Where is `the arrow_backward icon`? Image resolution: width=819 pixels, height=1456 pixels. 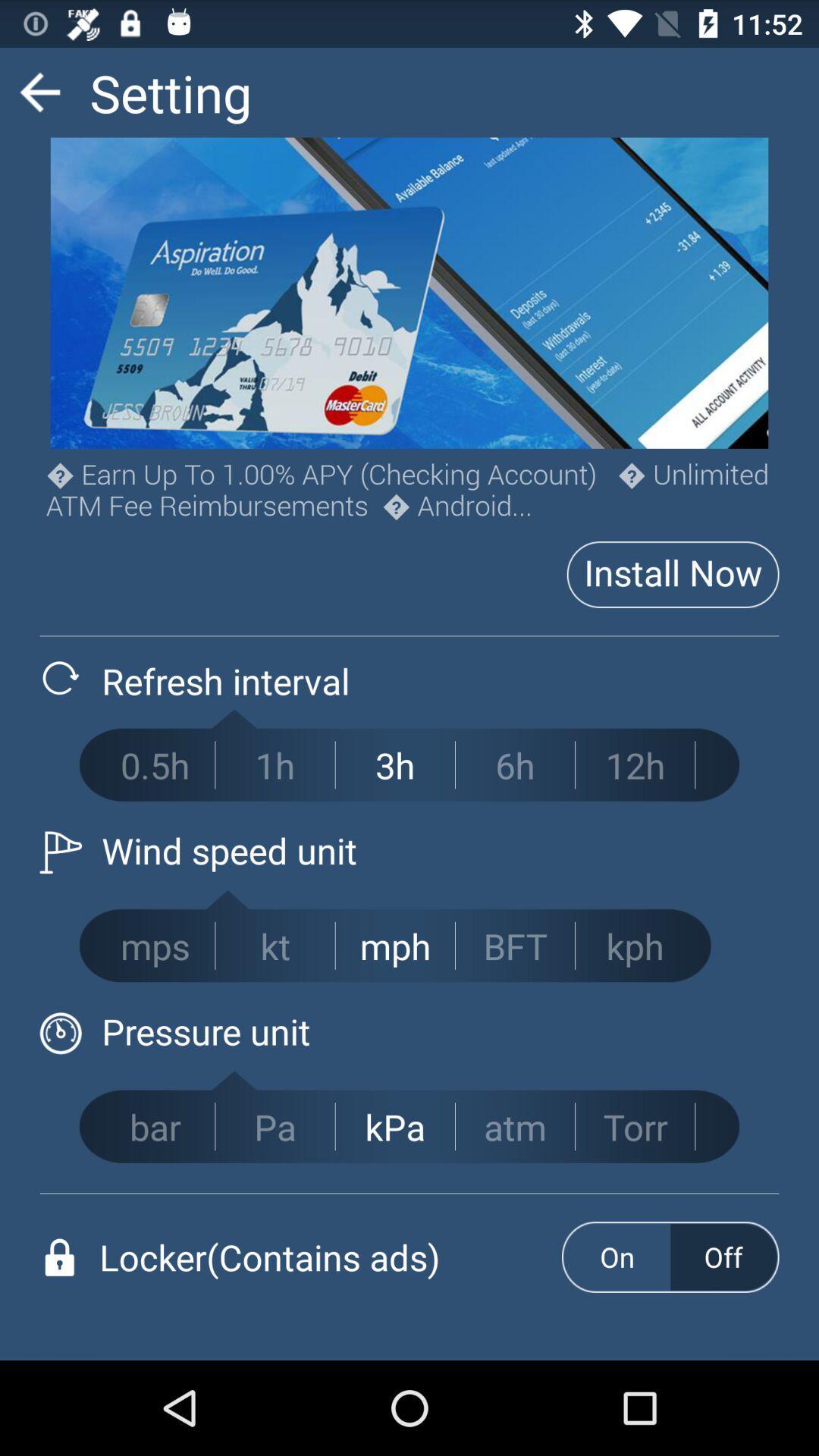 the arrow_backward icon is located at coordinates (39, 98).